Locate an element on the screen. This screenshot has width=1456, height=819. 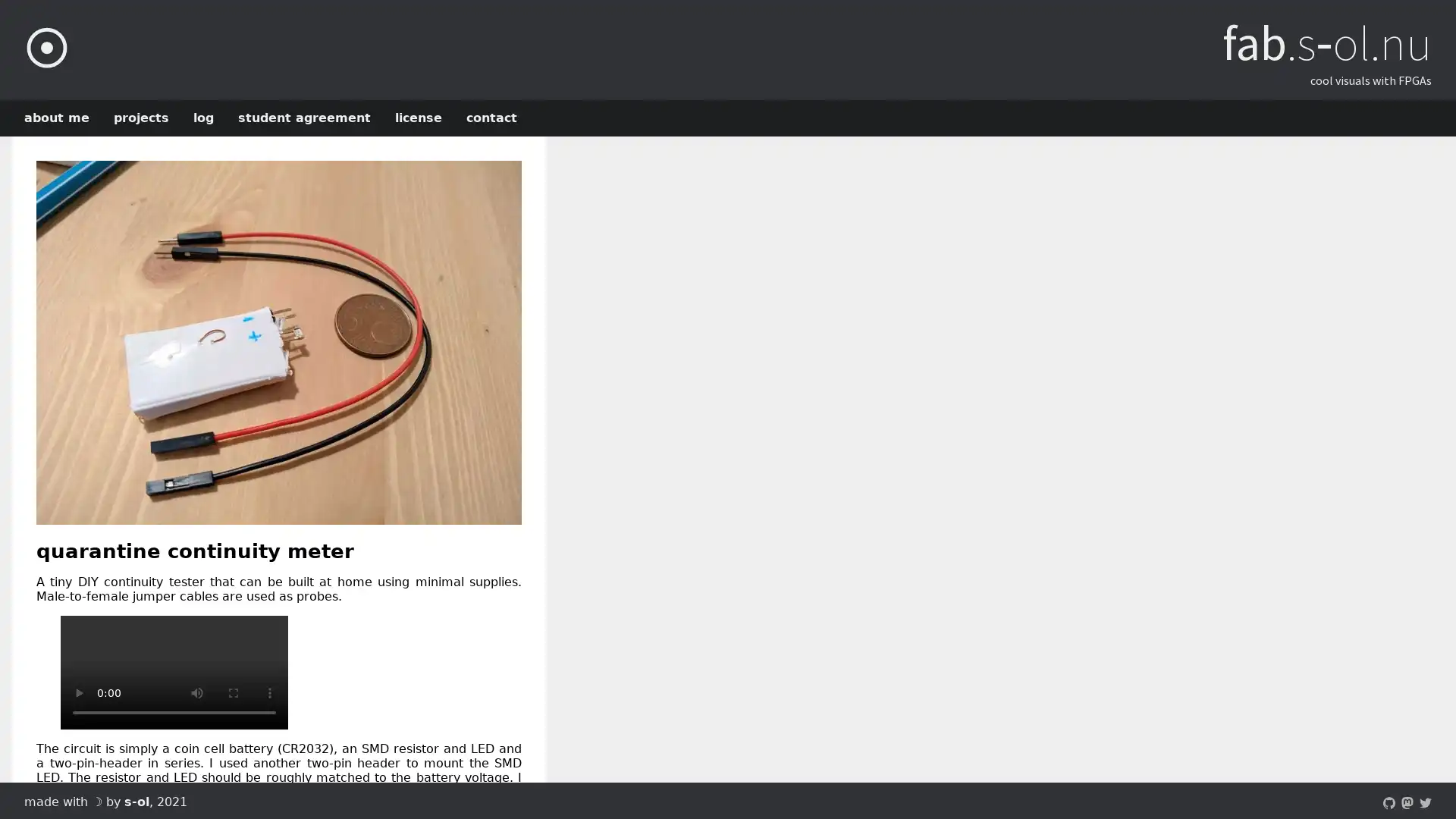
enter full screen is located at coordinates (232, 693).